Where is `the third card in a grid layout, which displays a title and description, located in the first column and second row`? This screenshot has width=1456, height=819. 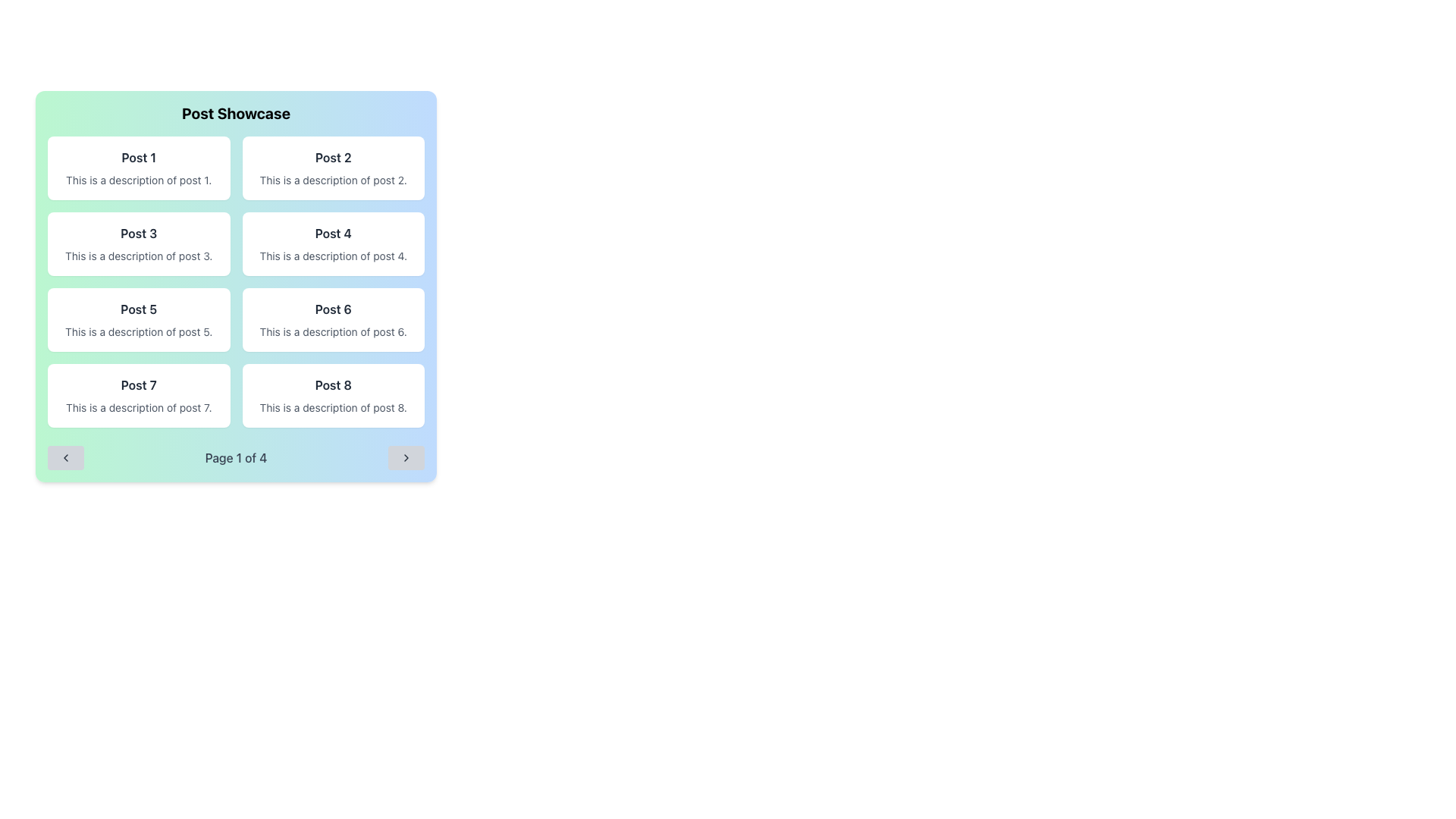
the third card in a grid layout, which displays a title and description, located in the first column and second row is located at coordinates (139, 243).